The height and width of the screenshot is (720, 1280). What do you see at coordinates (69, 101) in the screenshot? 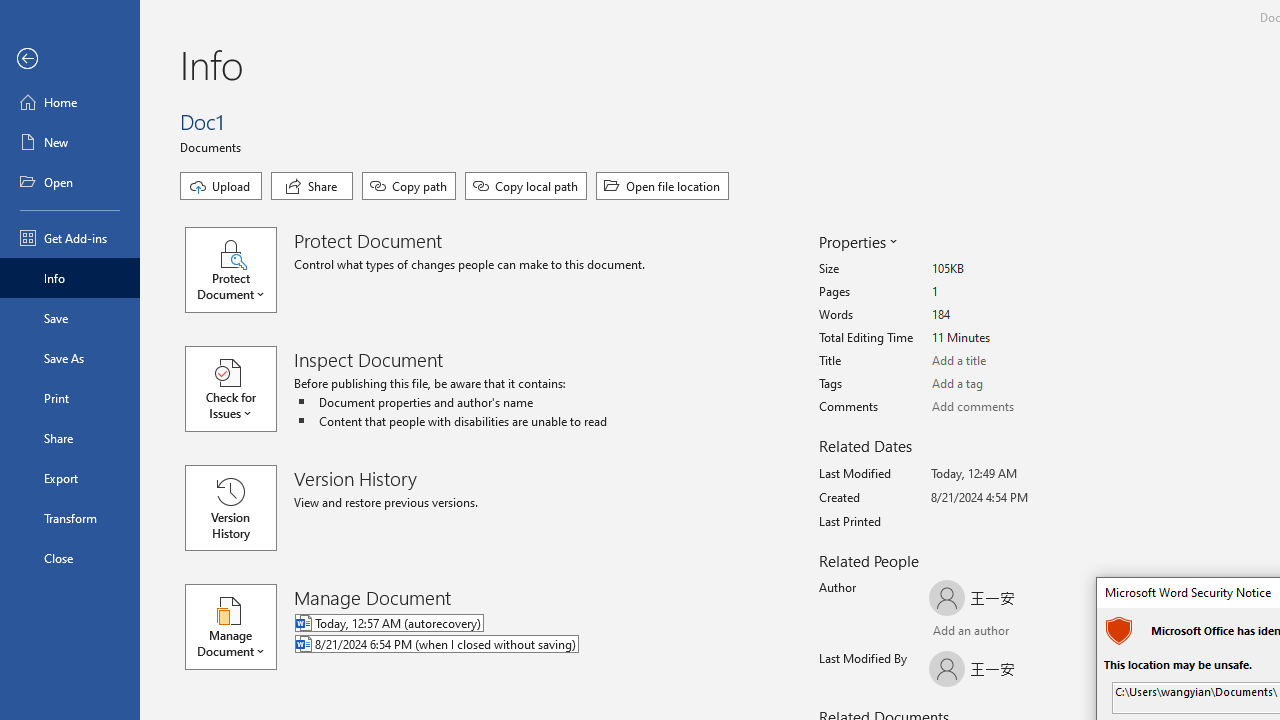
I see `'Home'` at bounding box center [69, 101].